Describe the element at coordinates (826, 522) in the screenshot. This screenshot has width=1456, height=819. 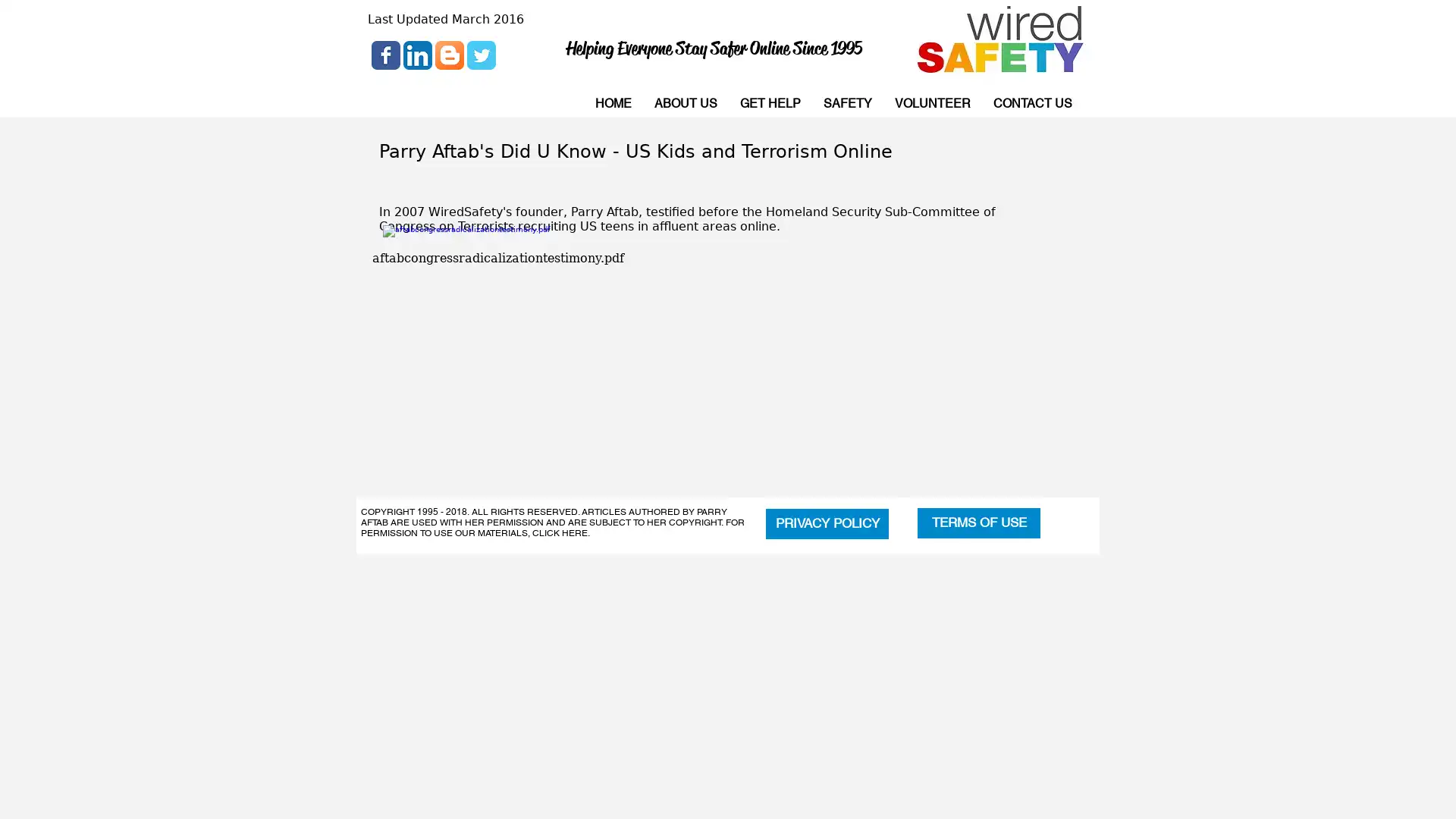
I see `PRIVACY POLICY` at that location.